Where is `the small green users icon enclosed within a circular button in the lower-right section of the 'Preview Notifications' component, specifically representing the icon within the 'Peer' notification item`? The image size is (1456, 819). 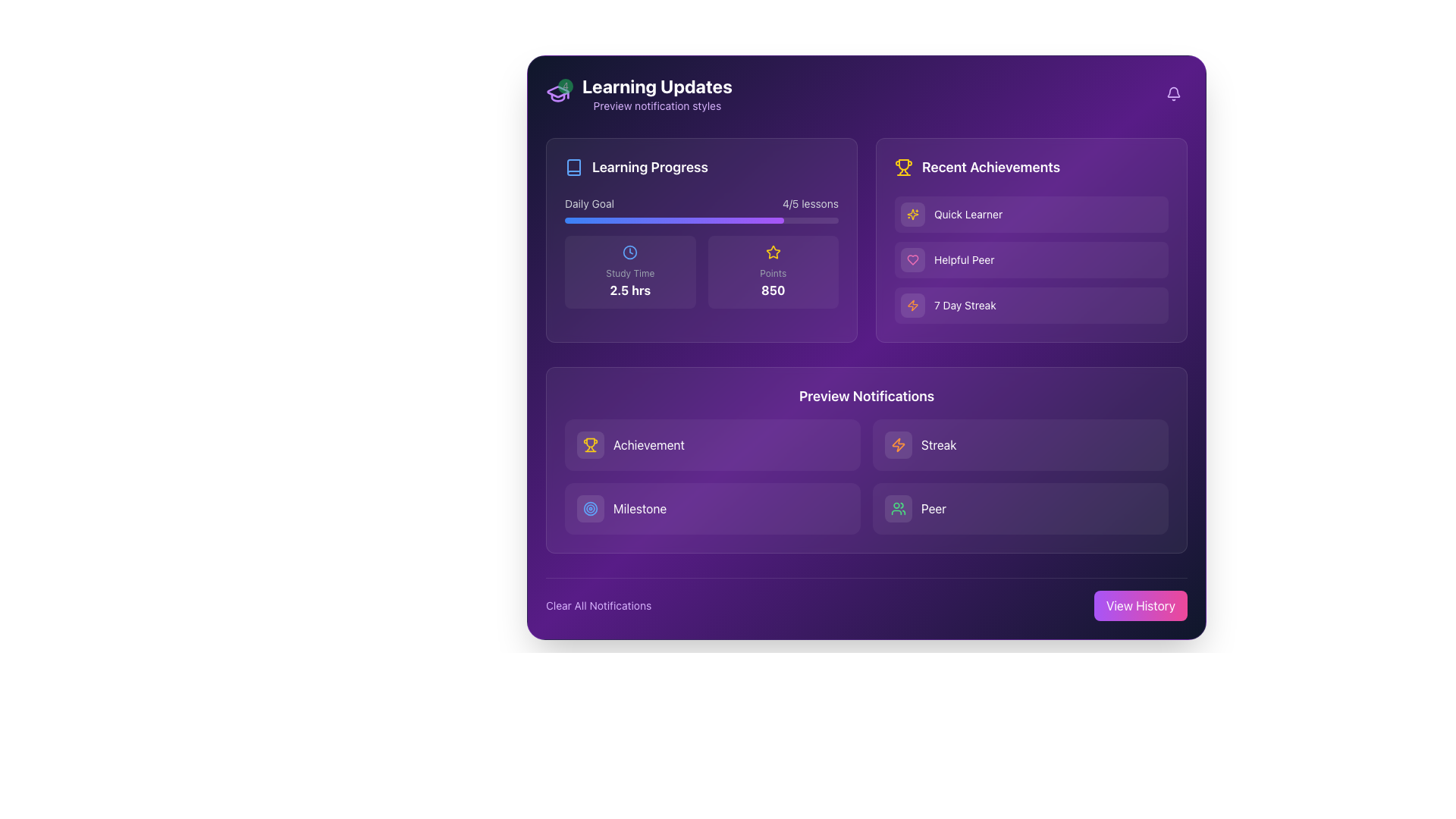
the small green users icon enclosed within a circular button in the lower-right section of the 'Preview Notifications' component, specifically representing the icon within the 'Peer' notification item is located at coordinates (899, 509).